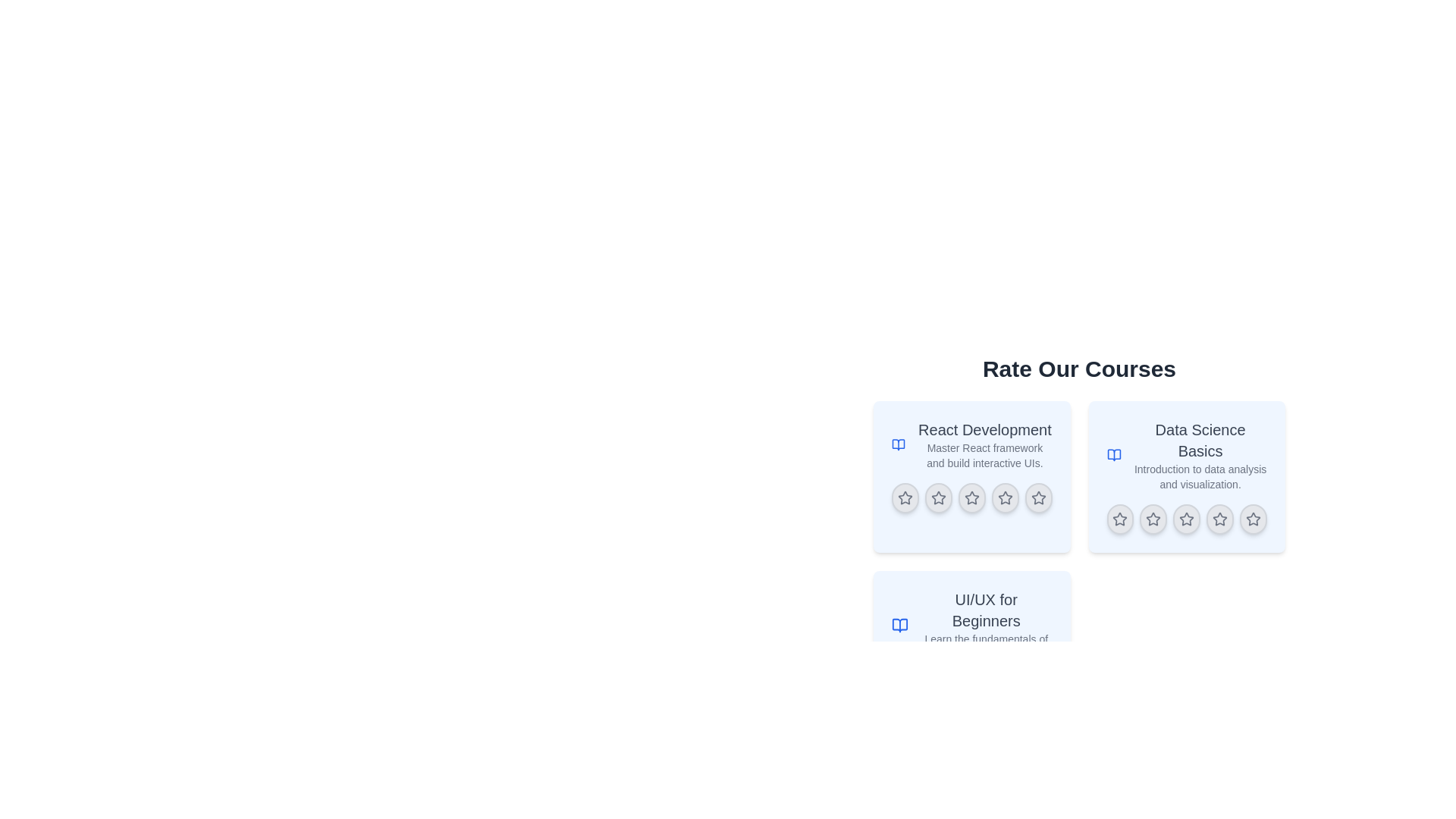  What do you see at coordinates (1005, 497) in the screenshot?
I see `the fourth star-shaped rating icon in the 'React Development' course rating section` at bounding box center [1005, 497].